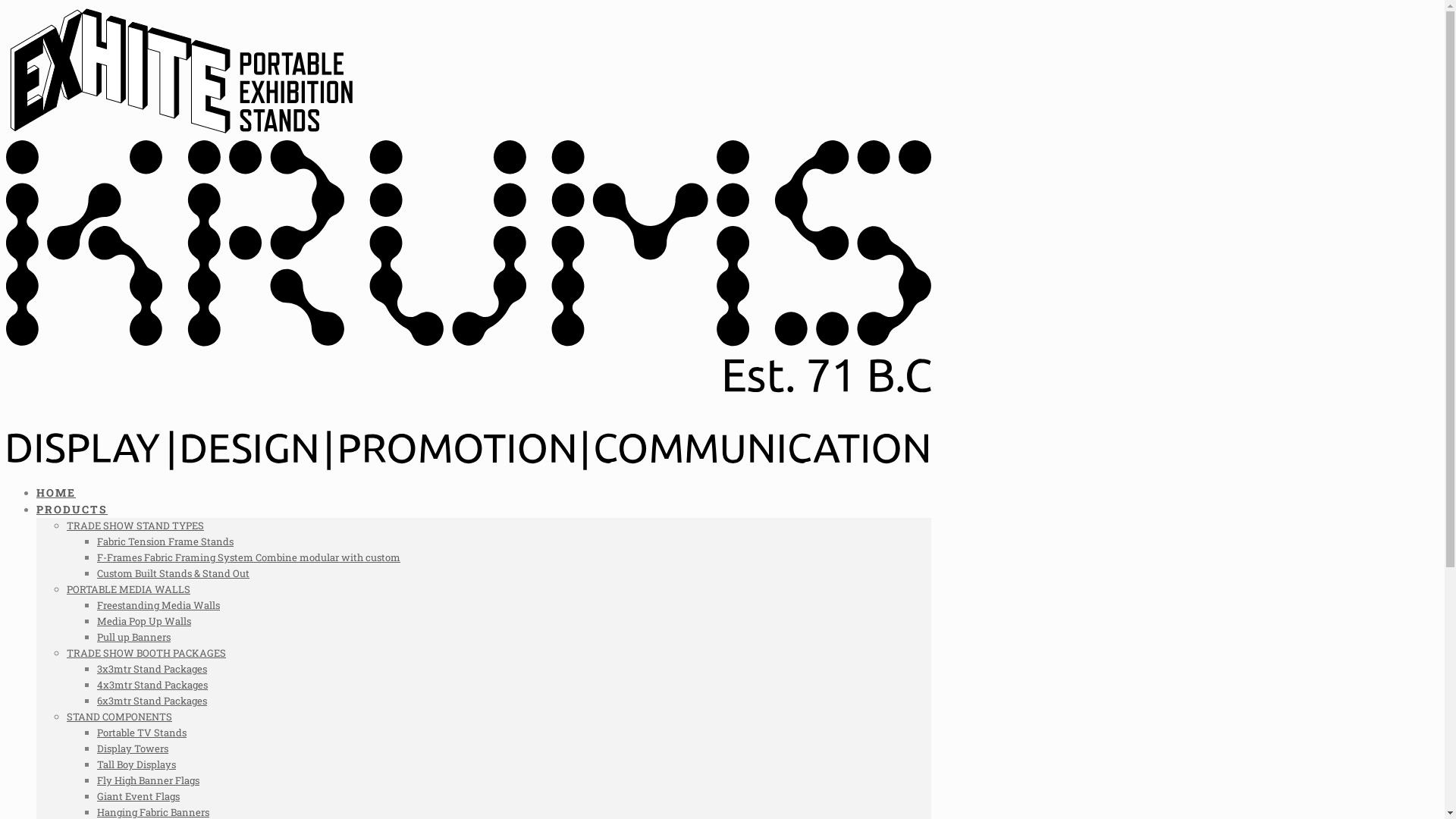 The image size is (1456, 819). What do you see at coordinates (96, 668) in the screenshot?
I see `'3x3mtr Stand Packages'` at bounding box center [96, 668].